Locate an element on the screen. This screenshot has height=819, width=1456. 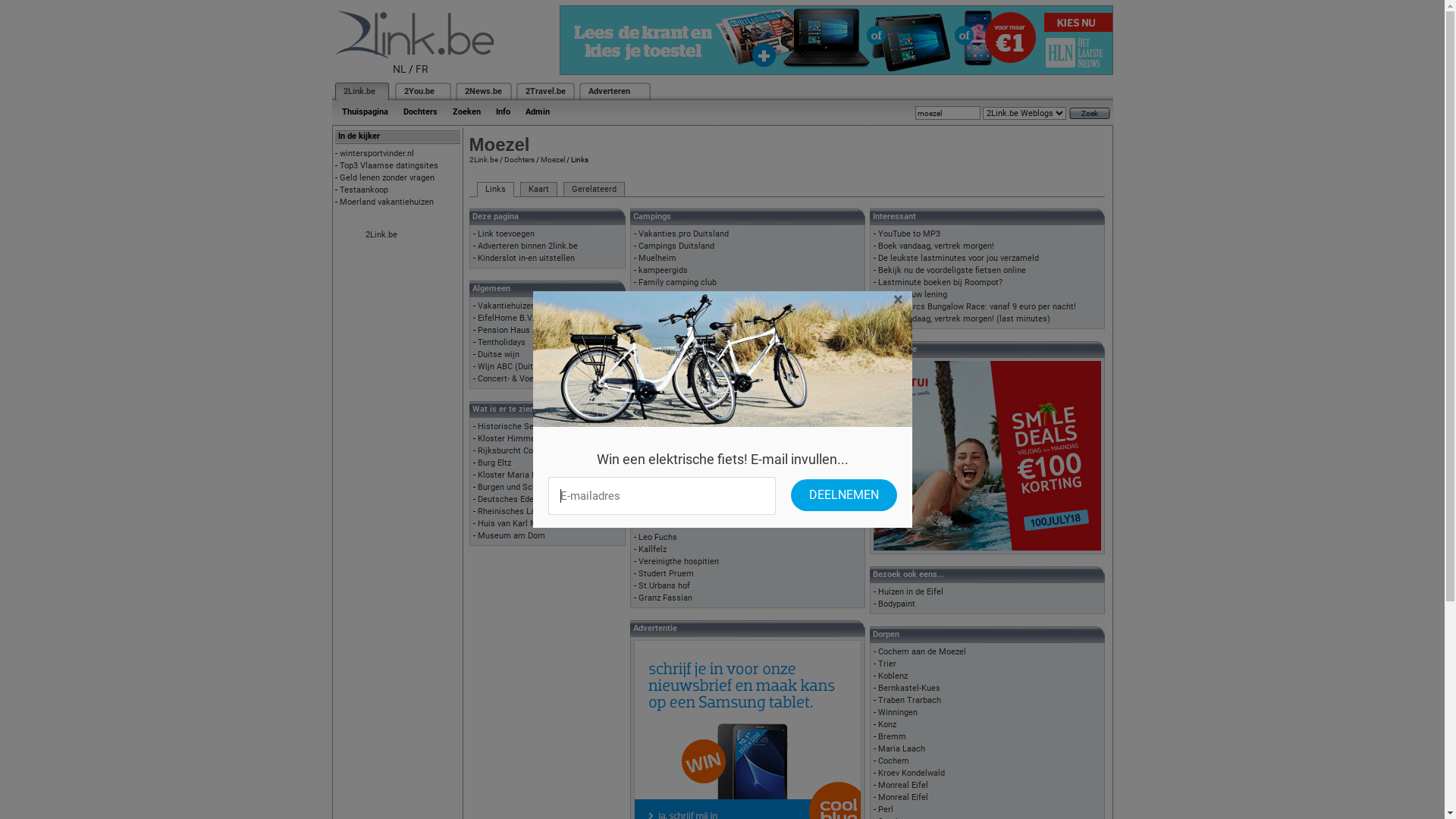
'Kinderslot in-en uitstellen' is located at coordinates (526, 257).